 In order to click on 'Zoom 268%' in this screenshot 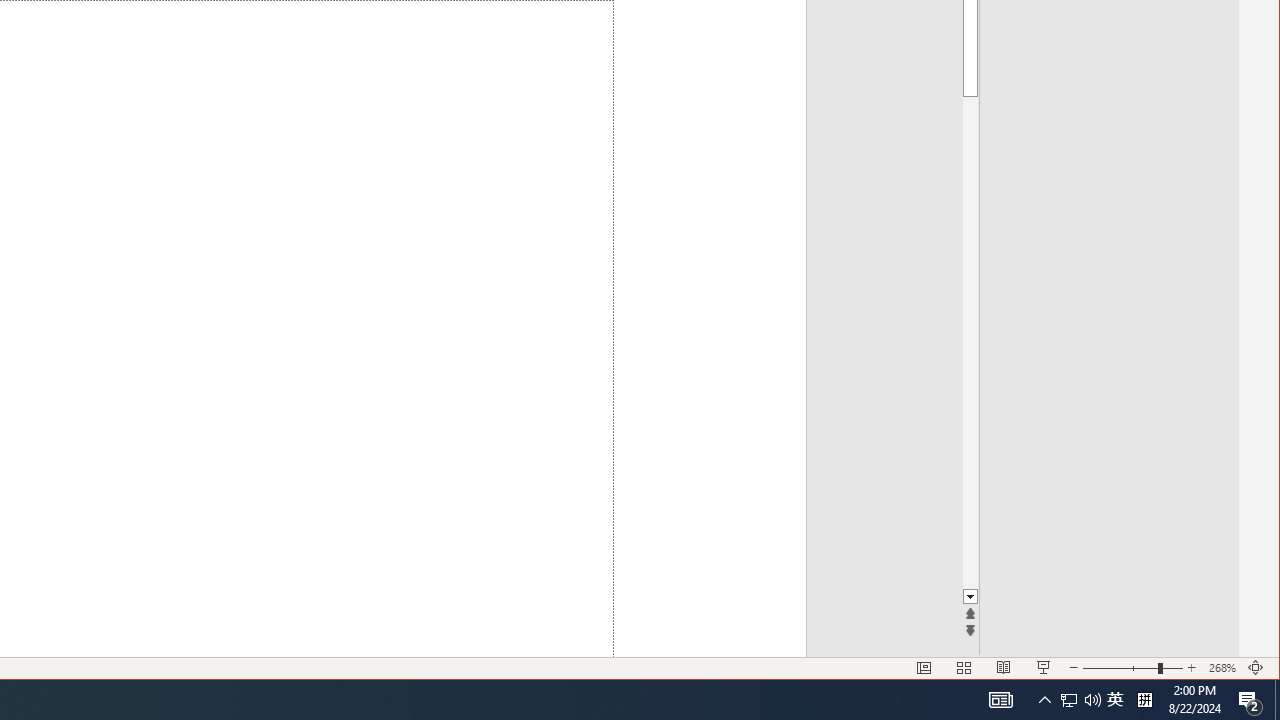, I will do `click(1221, 668)`.